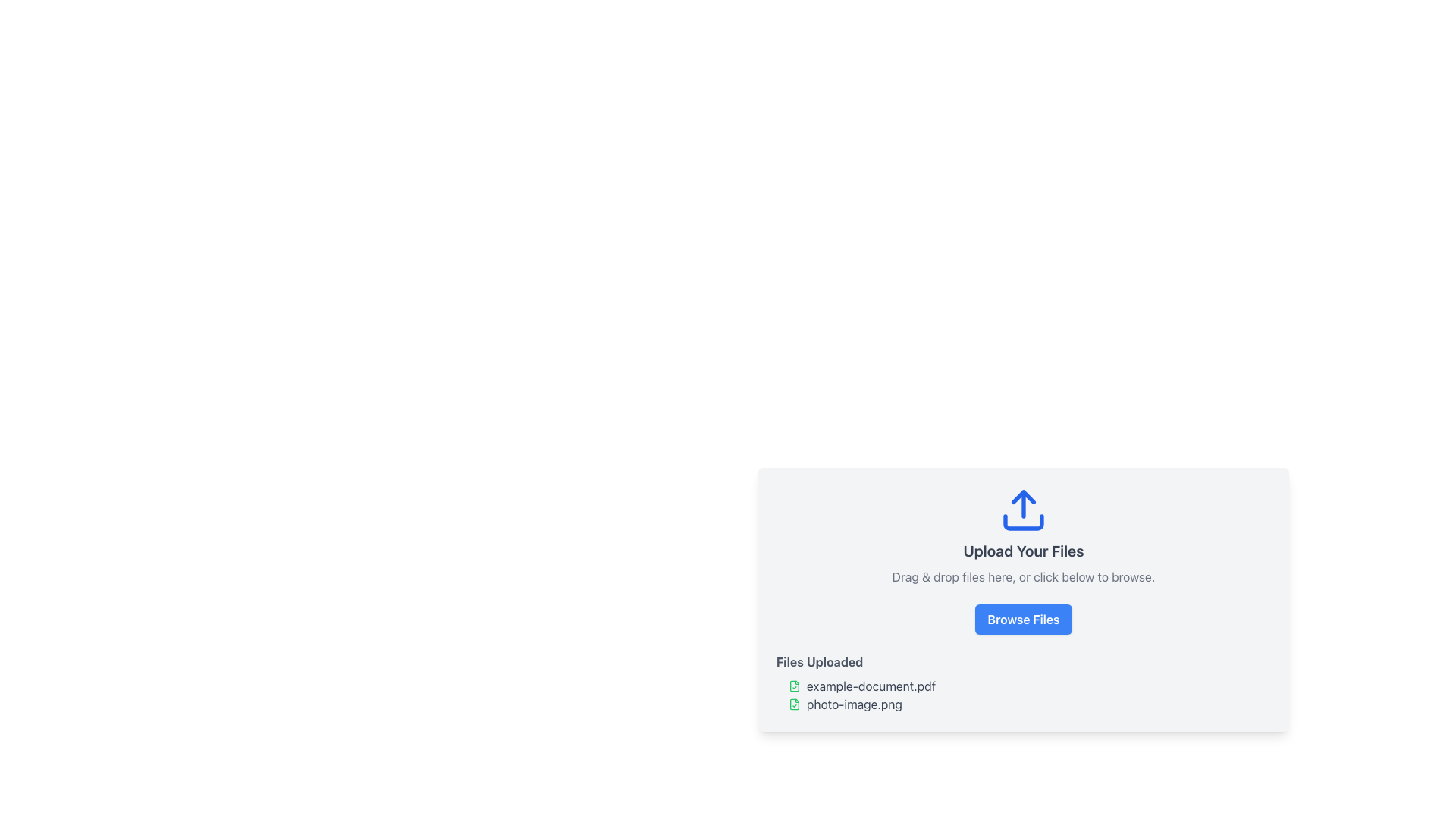 The height and width of the screenshot is (819, 1456). What do you see at coordinates (1023, 576) in the screenshot?
I see `the text label that reads 'Drag & drop files here, or click below to browse.' which is located below 'Upload Your Files' and above the 'Browse Files' button` at bounding box center [1023, 576].